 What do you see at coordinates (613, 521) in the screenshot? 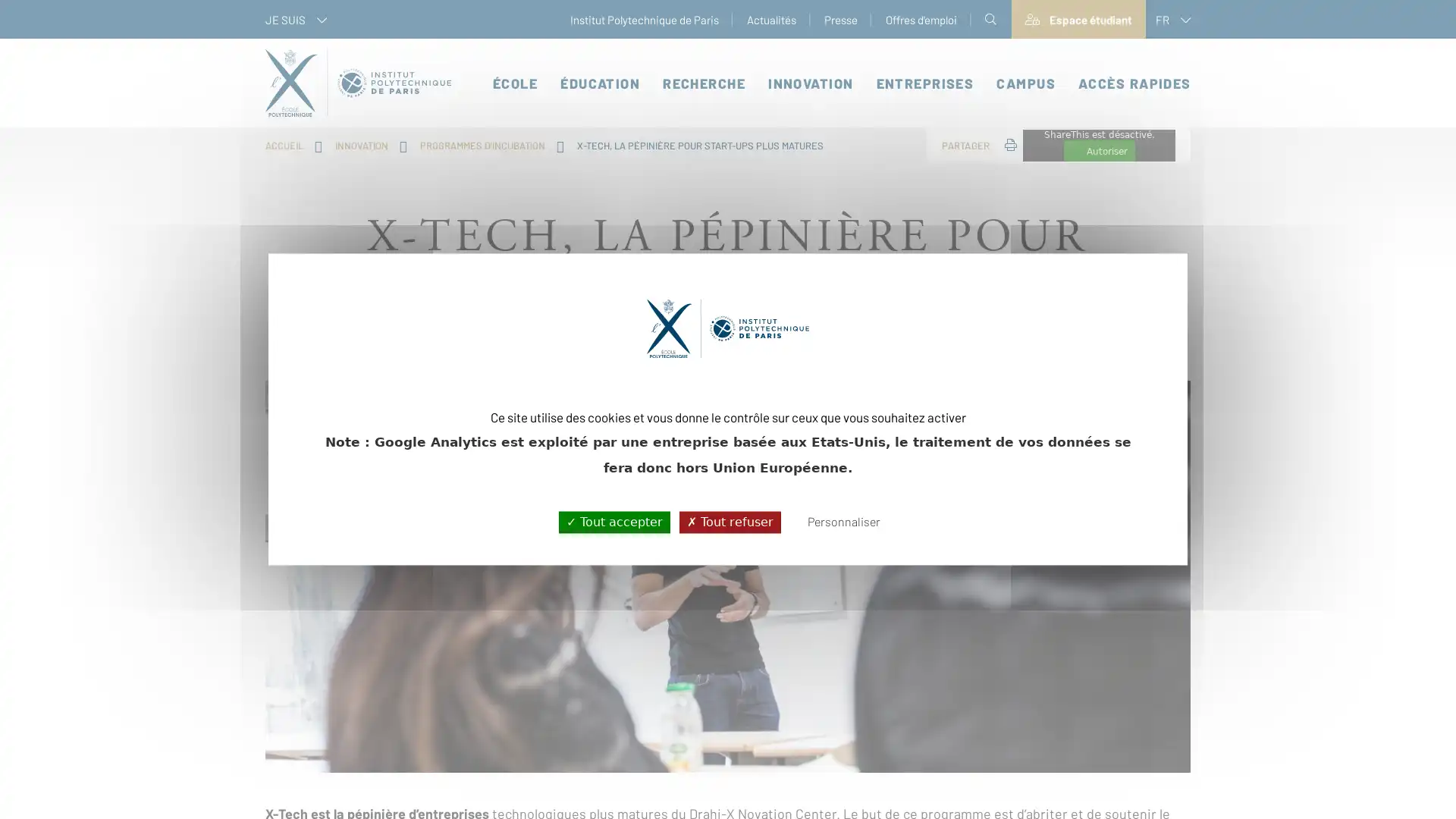
I see `Tout accepter` at bounding box center [613, 521].